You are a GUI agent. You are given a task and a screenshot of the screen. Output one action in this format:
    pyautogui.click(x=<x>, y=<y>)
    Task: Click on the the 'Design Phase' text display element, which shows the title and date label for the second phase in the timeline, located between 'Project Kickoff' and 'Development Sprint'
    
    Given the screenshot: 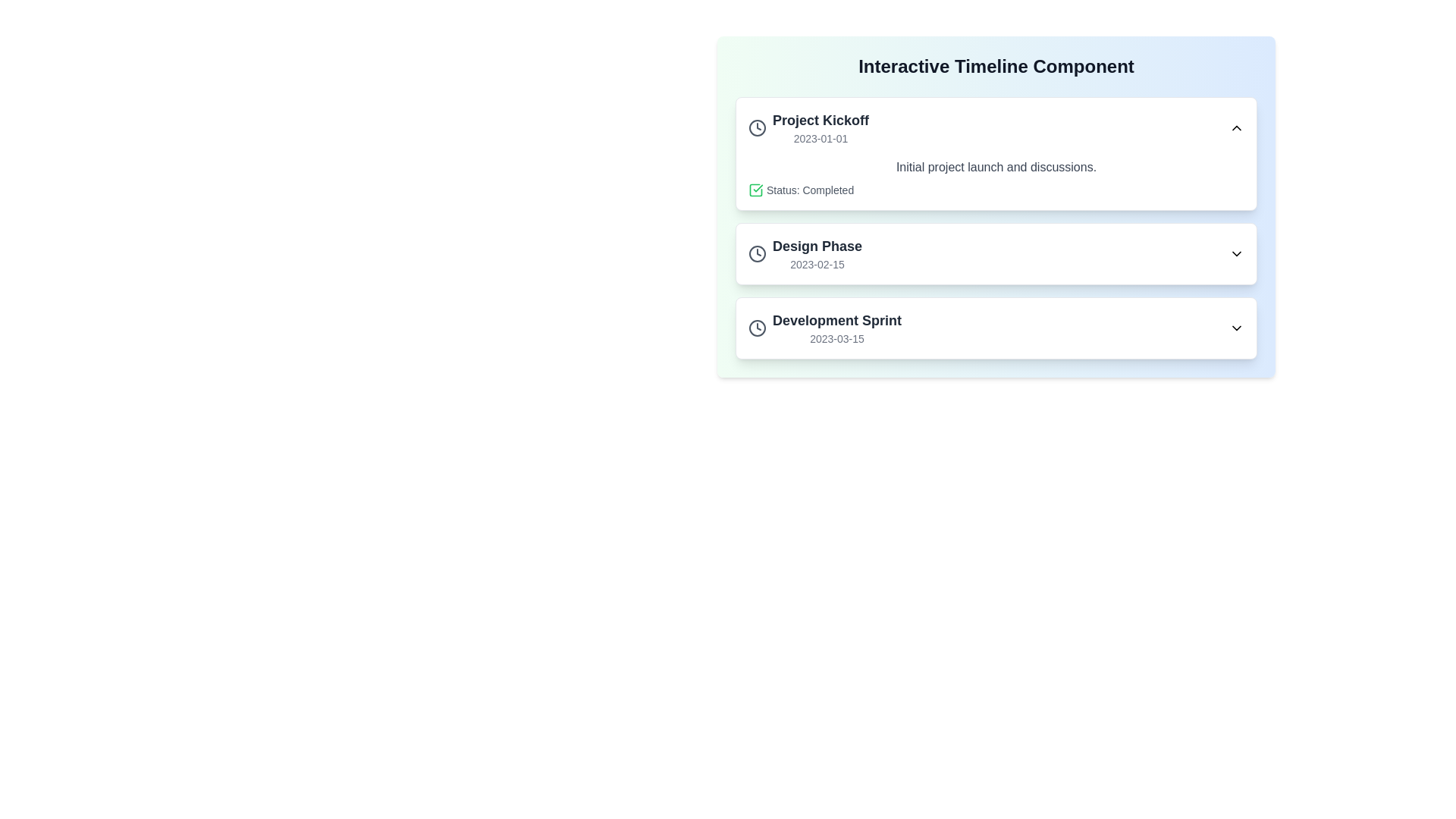 What is the action you would take?
    pyautogui.click(x=817, y=253)
    